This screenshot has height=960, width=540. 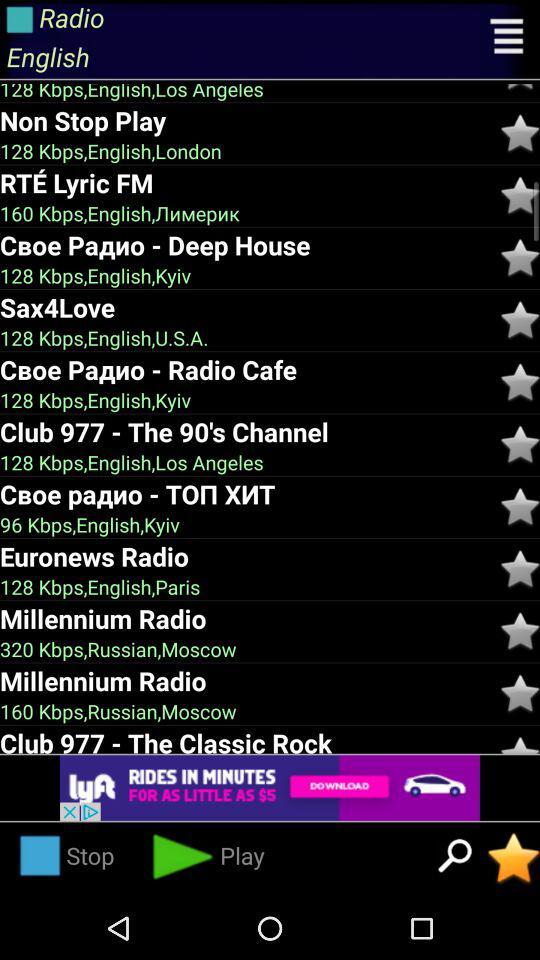 I want to click on rate star, so click(x=520, y=257).